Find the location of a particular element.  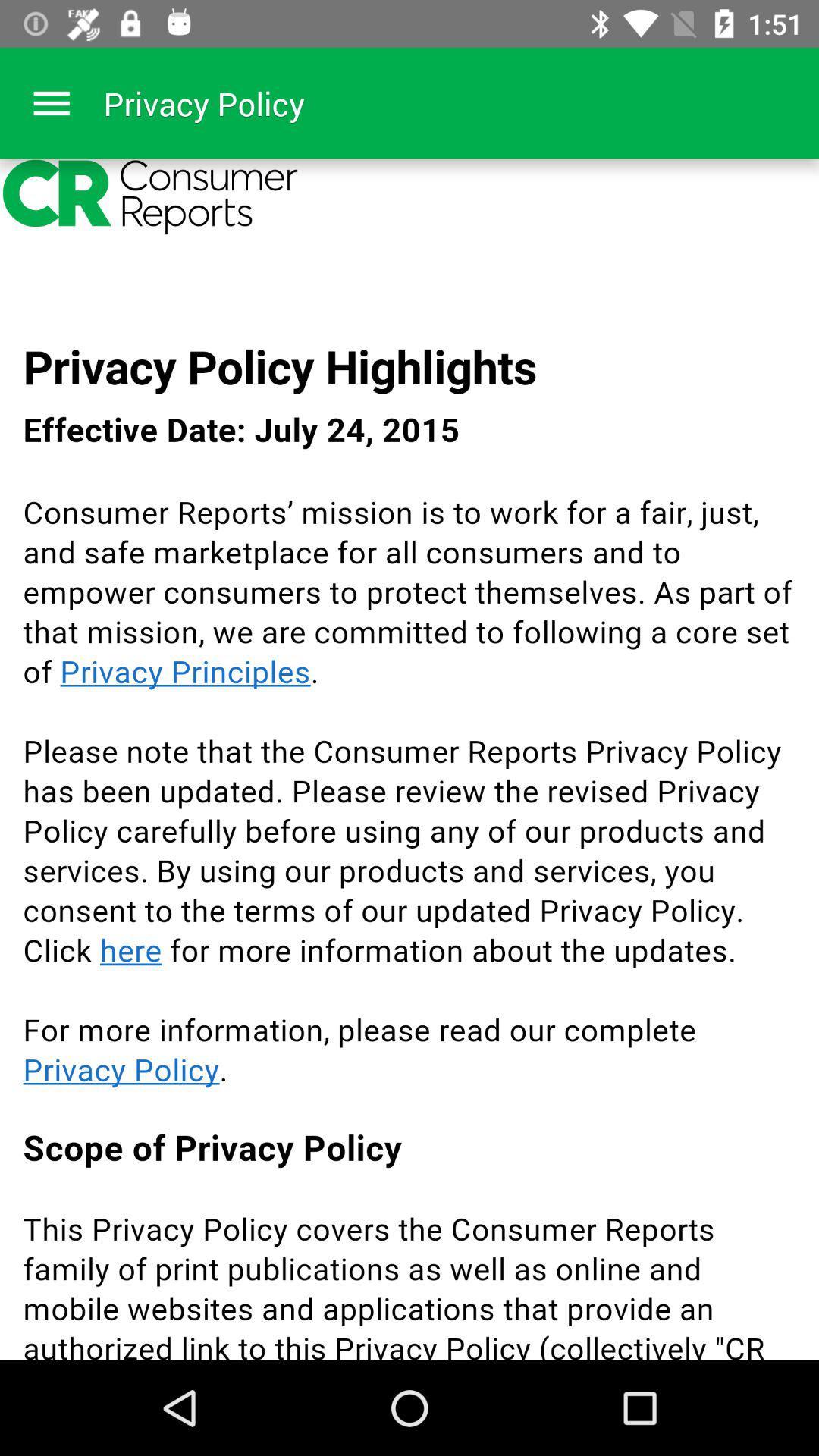

content of the privacy policy is located at coordinates (409, 760).